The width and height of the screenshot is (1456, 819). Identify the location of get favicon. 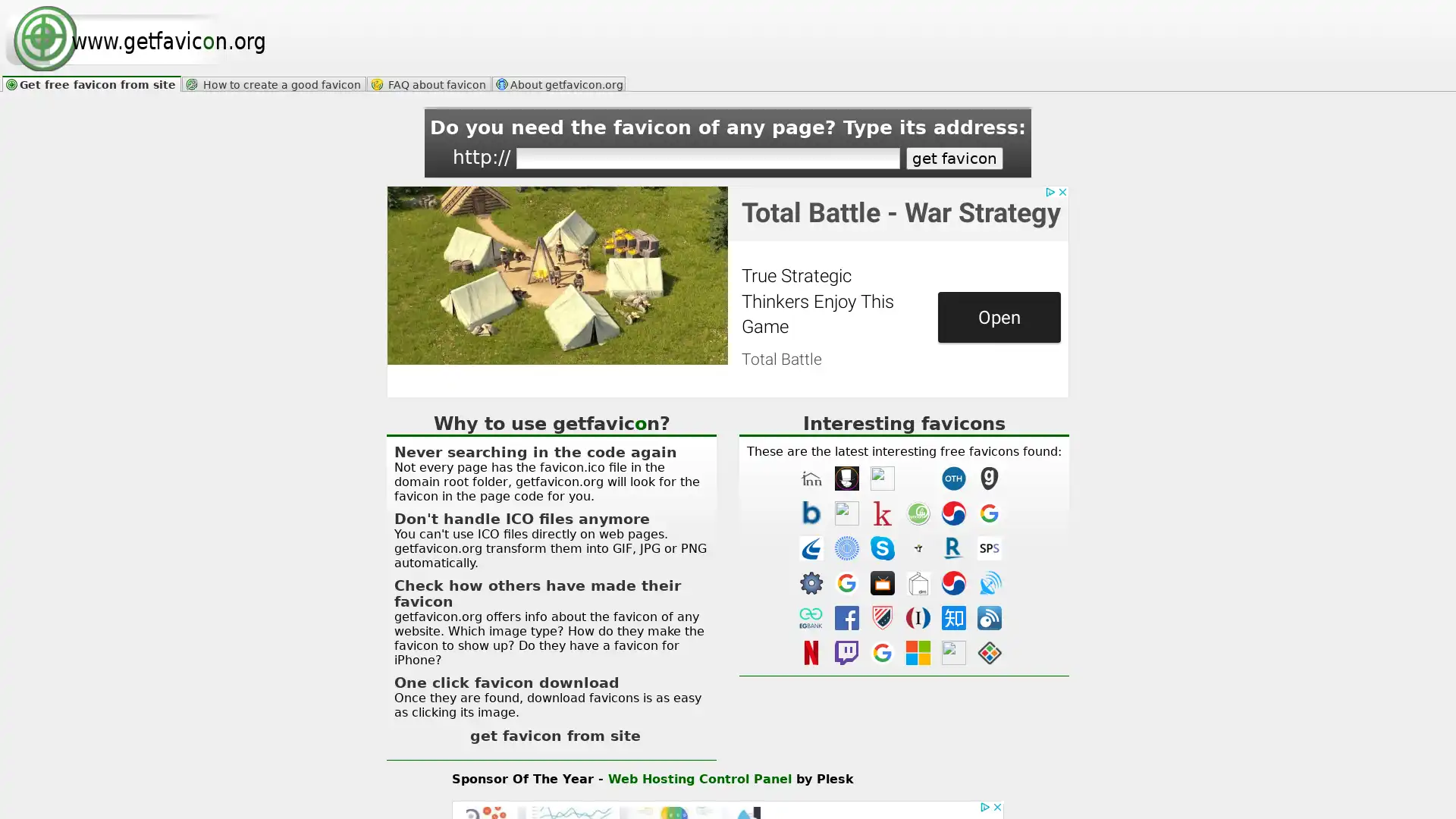
(953, 158).